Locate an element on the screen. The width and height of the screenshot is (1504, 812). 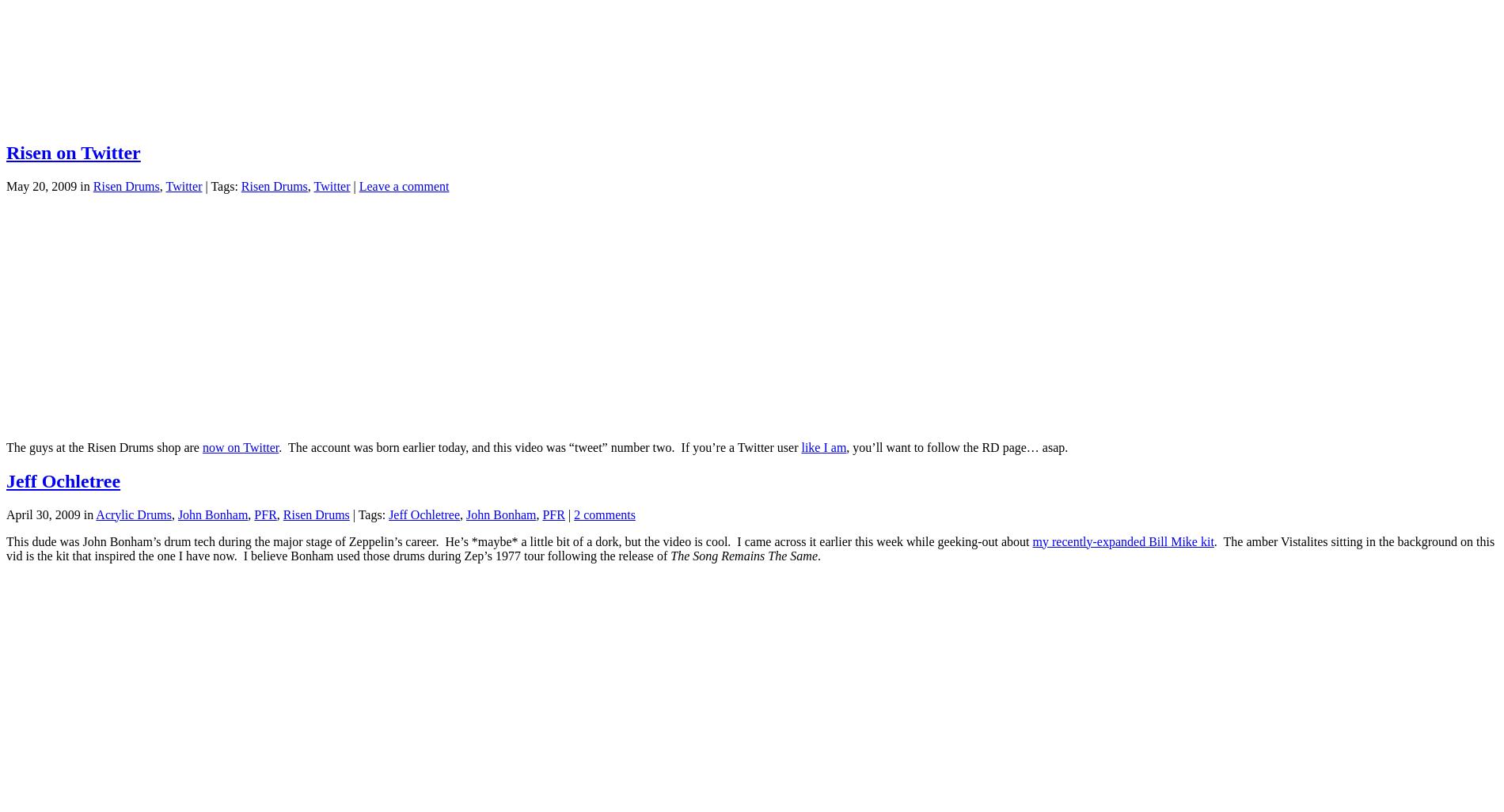
'May 20, 2009 in' is located at coordinates (49, 185).